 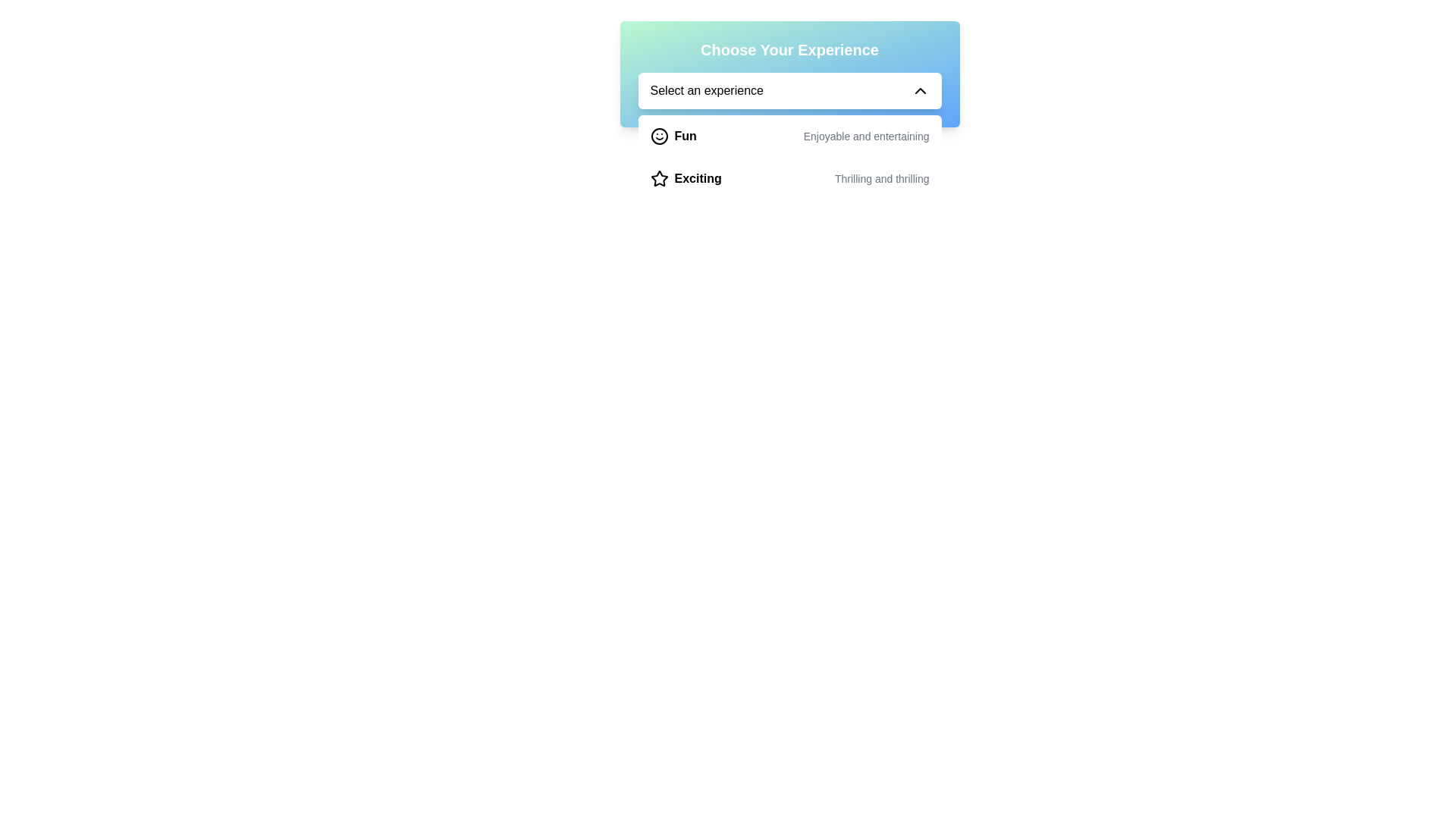 I want to click on the first selectable list item labeled 'Fun', so click(x=673, y=136).